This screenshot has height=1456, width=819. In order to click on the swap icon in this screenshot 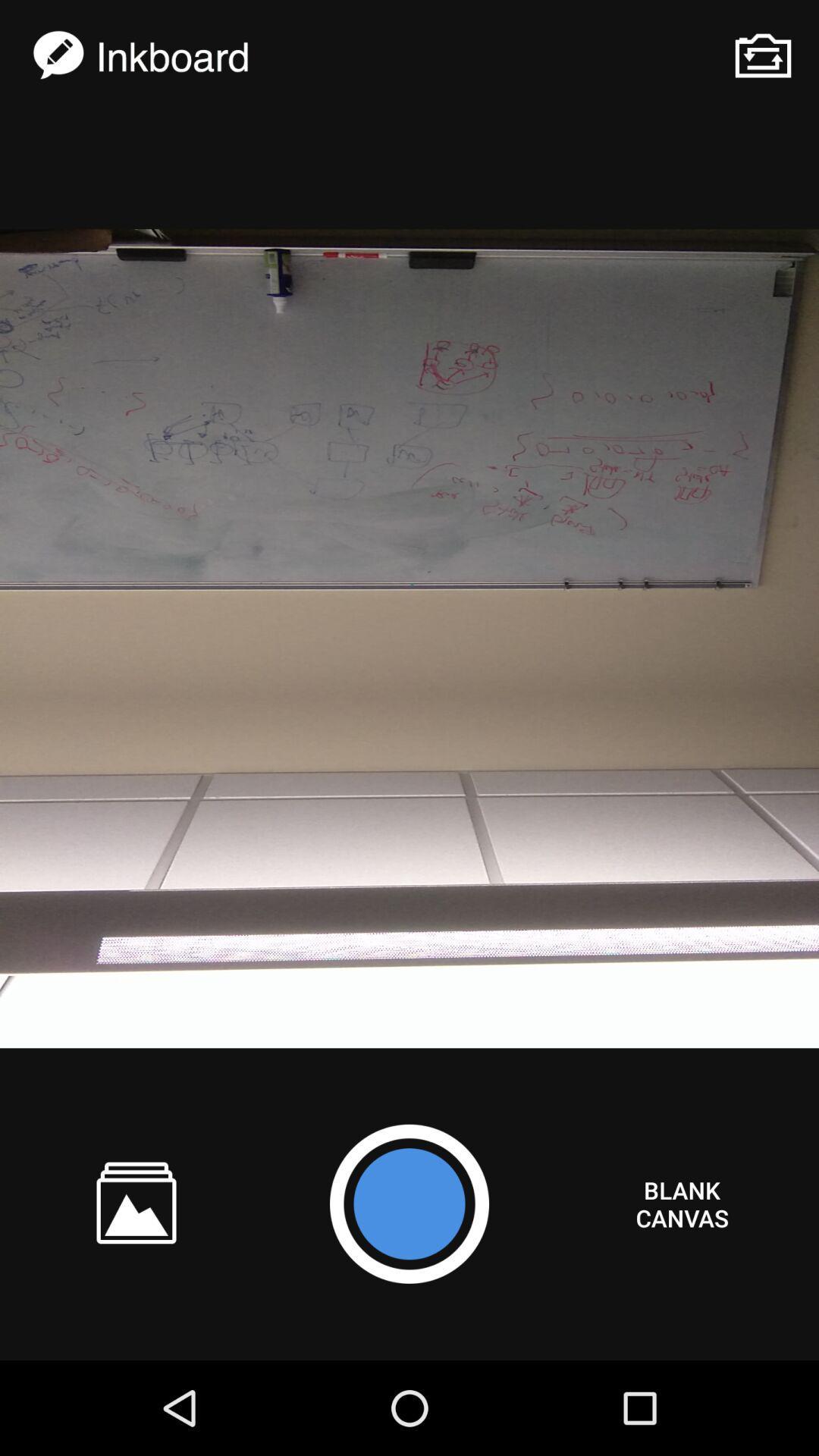, I will do `click(763, 55)`.